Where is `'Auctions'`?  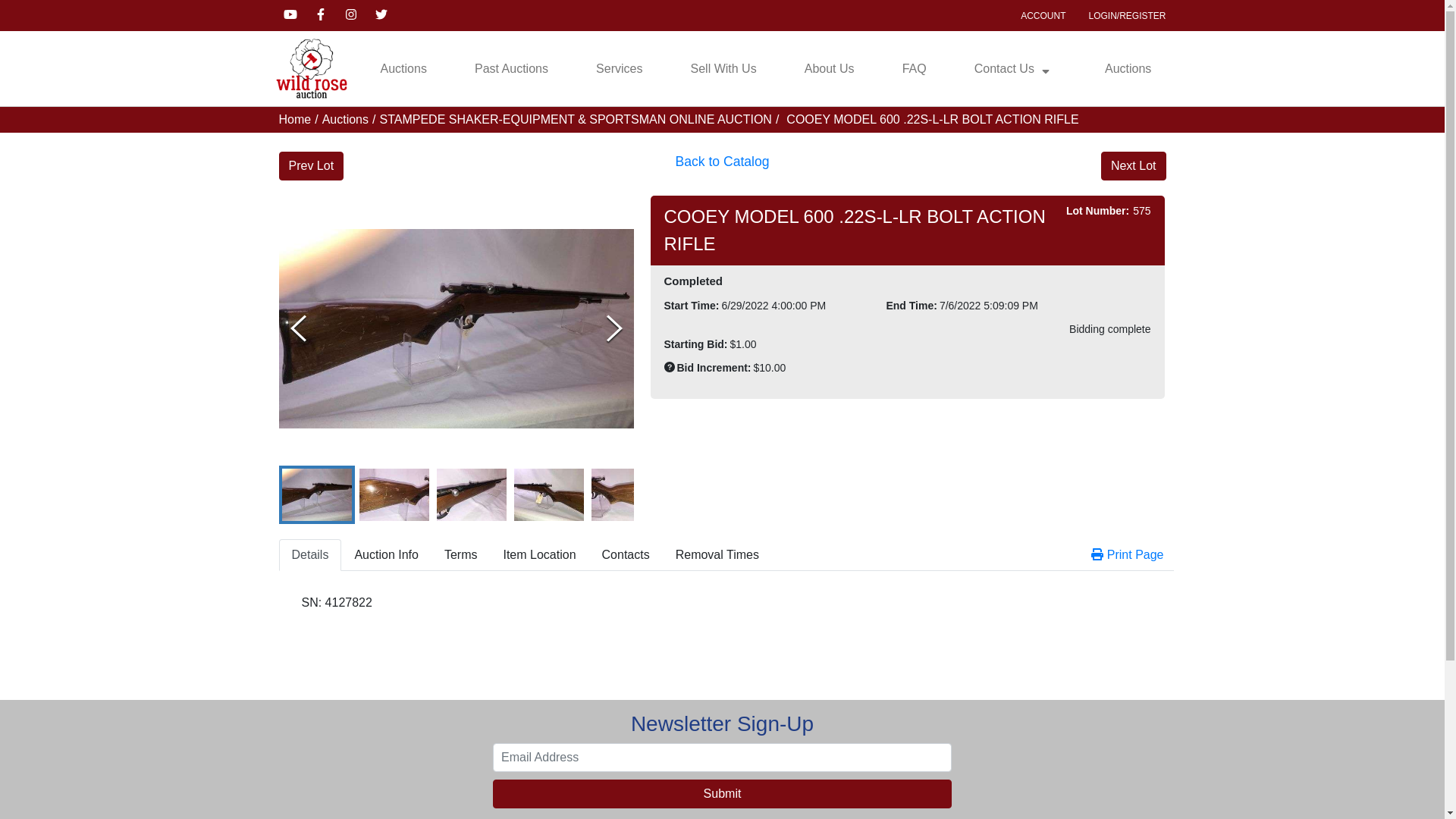 'Auctions' is located at coordinates (403, 69).